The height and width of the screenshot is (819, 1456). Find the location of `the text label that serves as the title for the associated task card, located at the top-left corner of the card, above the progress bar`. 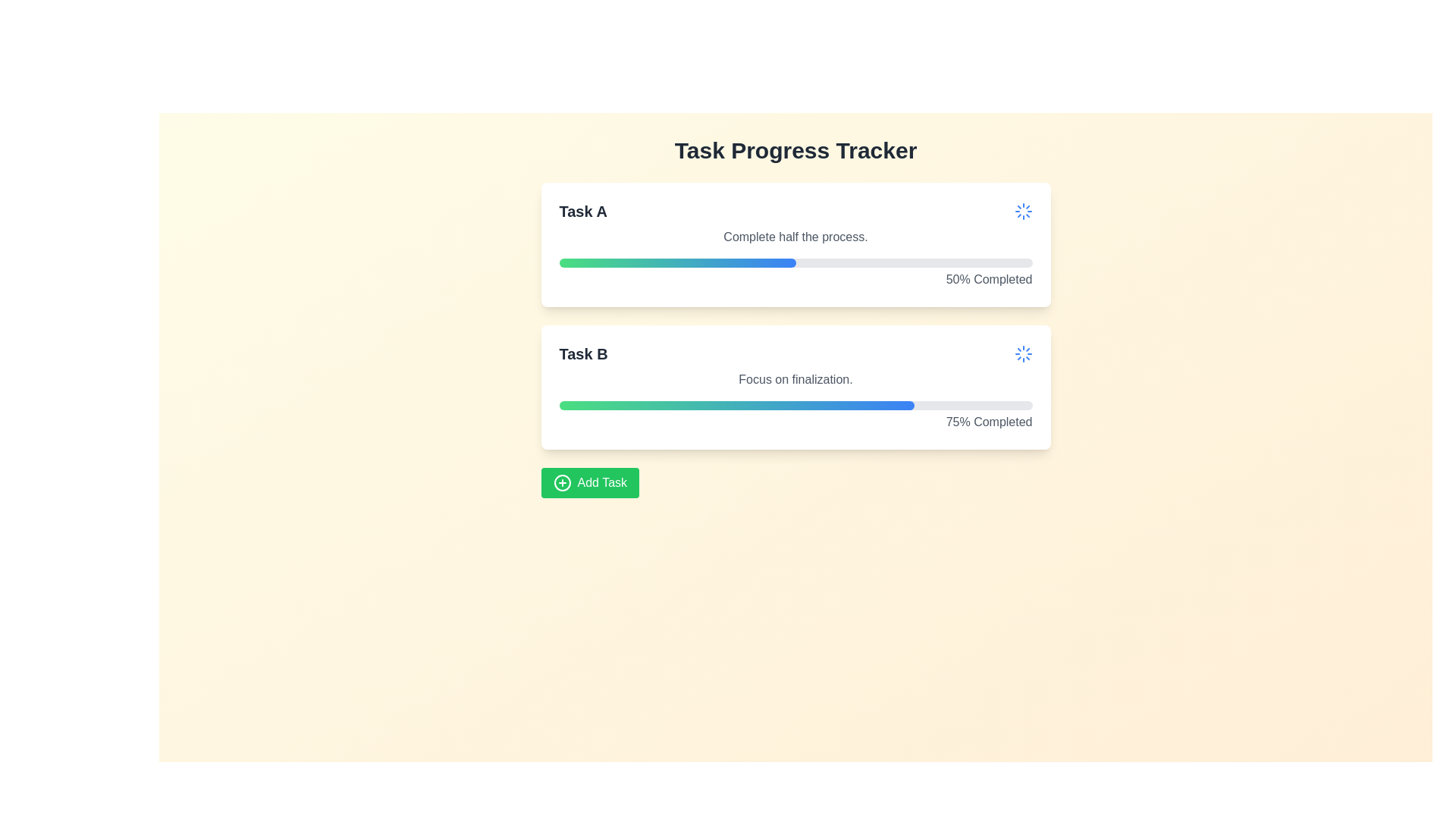

the text label that serves as the title for the associated task card, located at the top-left corner of the card, above the progress bar is located at coordinates (582, 353).